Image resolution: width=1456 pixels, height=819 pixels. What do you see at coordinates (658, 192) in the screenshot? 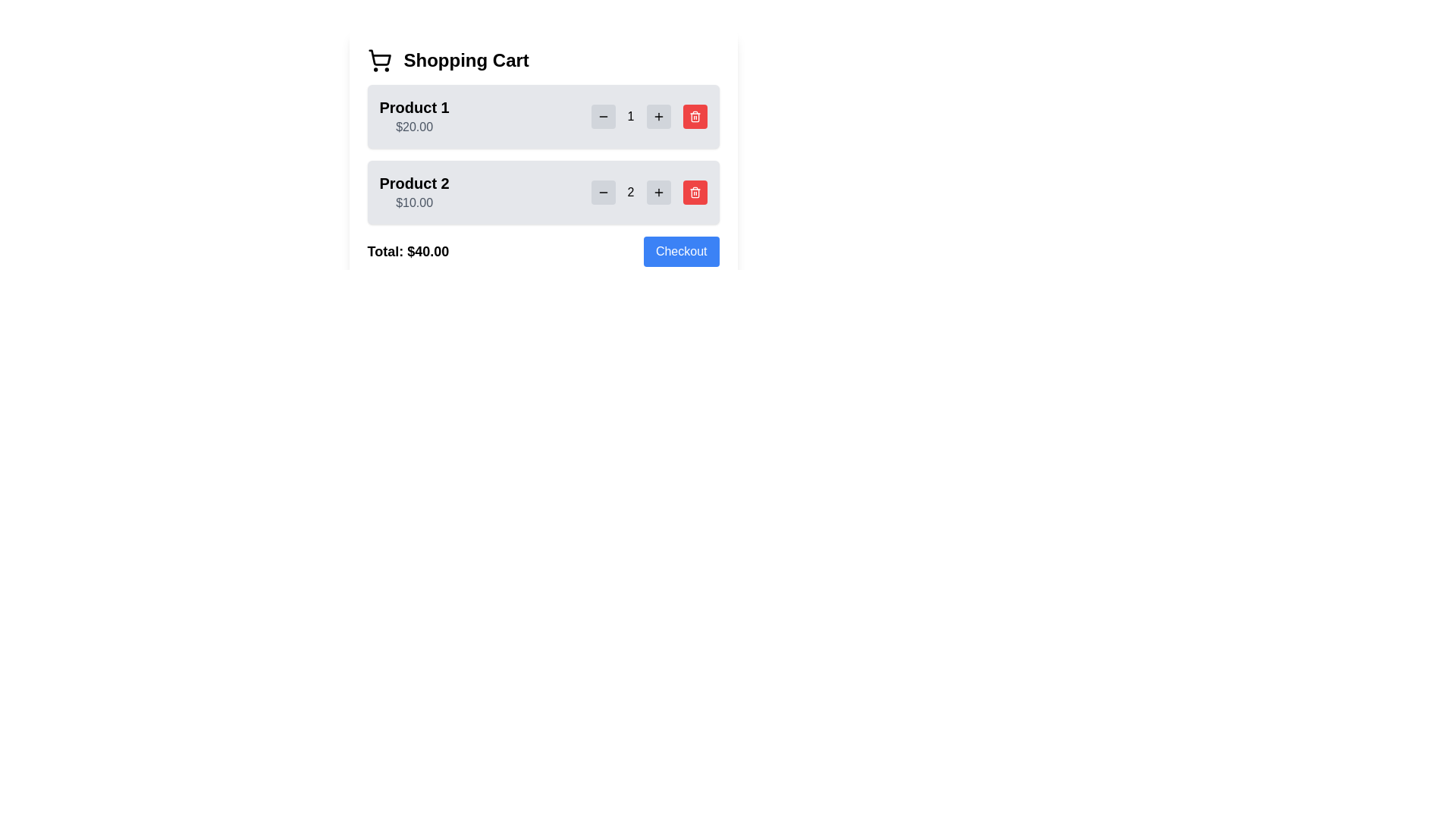
I see `the increment button (plus icon) associated with the second product in the list, located to the right of the quantity display` at bounding box center [658, 192].